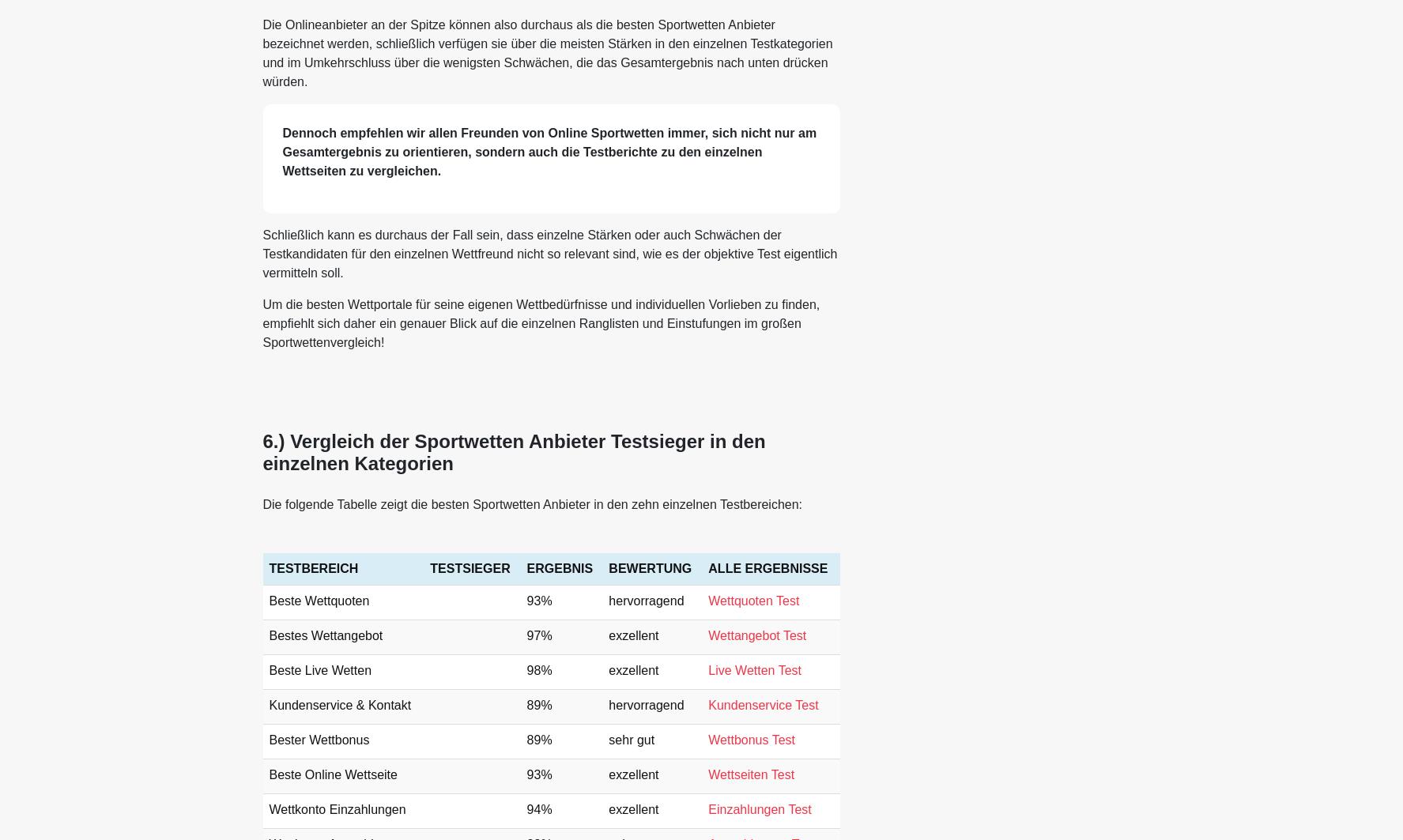 The image size is (1403, 840). I want to click on 'Beste Wettquoten', so click(318, 600).